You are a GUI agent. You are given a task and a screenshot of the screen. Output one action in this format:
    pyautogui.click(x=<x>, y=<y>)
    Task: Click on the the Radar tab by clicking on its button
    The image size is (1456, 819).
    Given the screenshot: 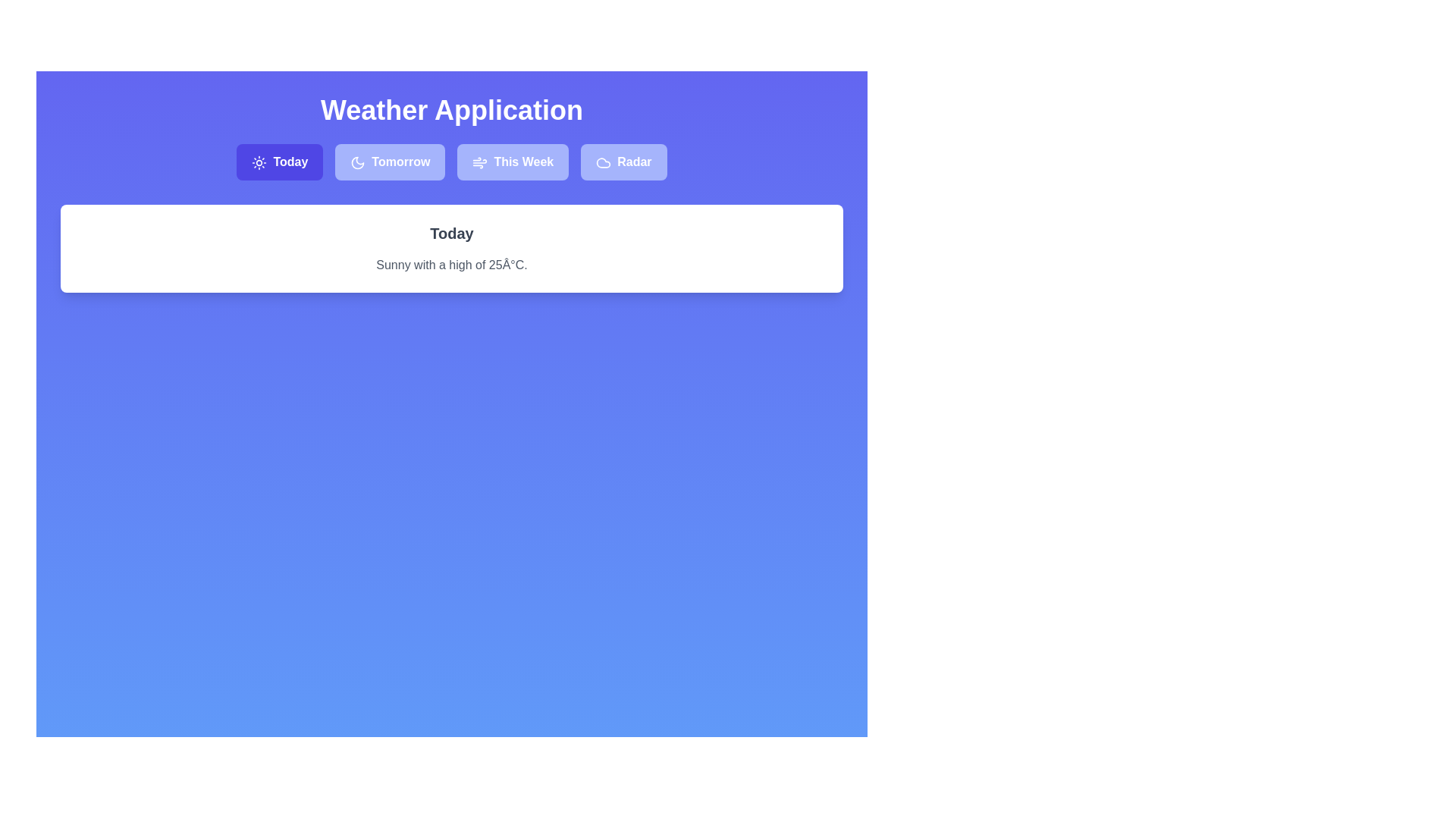 What is the action you would take?
    pyautogui.click(x=623, y=162)
    